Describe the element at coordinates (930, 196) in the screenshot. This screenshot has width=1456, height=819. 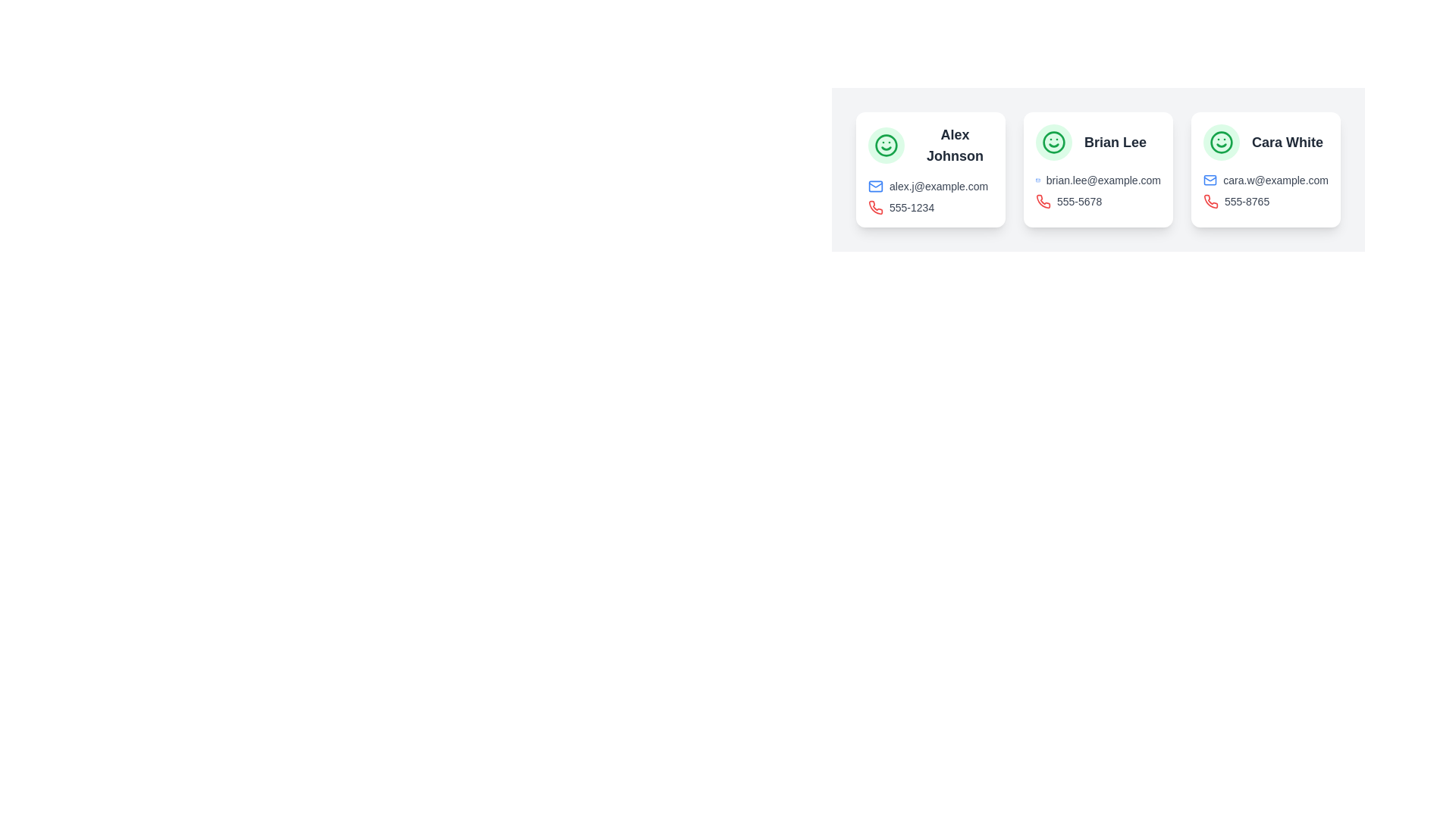
I see `the email icon in the Information display for user 'Alex Johnson'` at that location.